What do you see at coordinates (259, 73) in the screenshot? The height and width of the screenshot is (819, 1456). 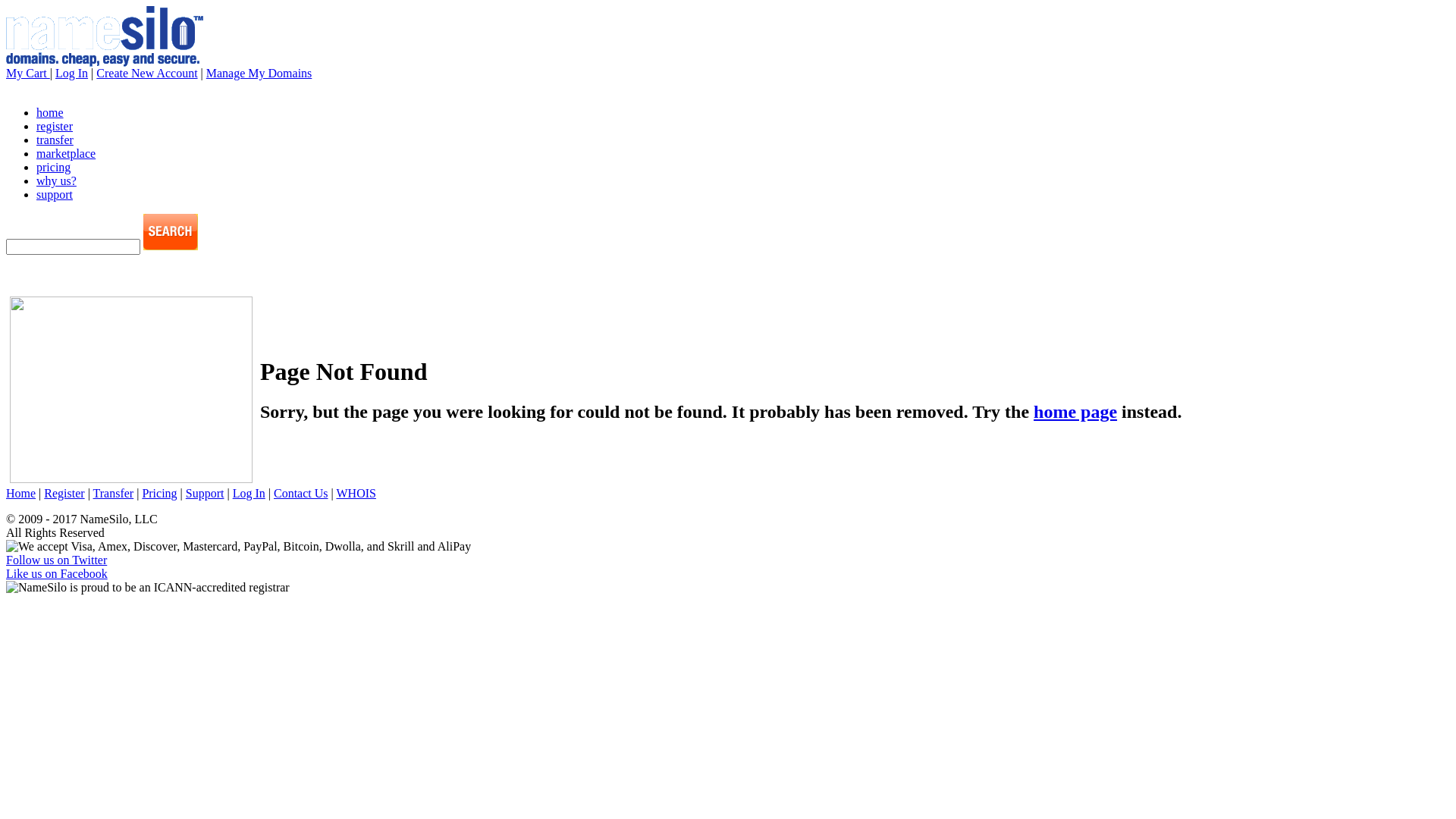 I see `'Manage My Domains'` at bounding box center [259, 73].